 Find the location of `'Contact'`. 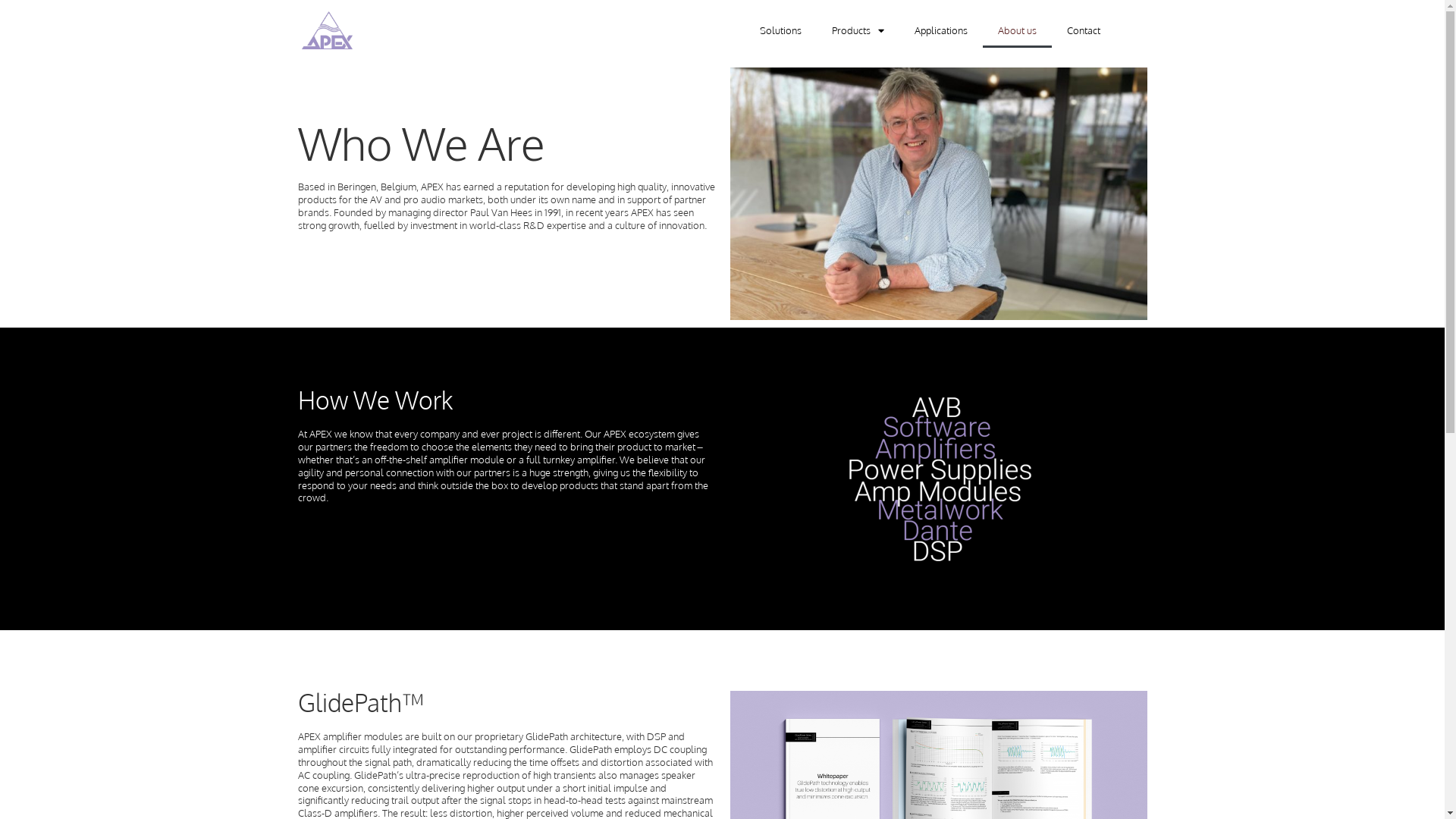

'Contact' is located at coordinates (1082, 30).